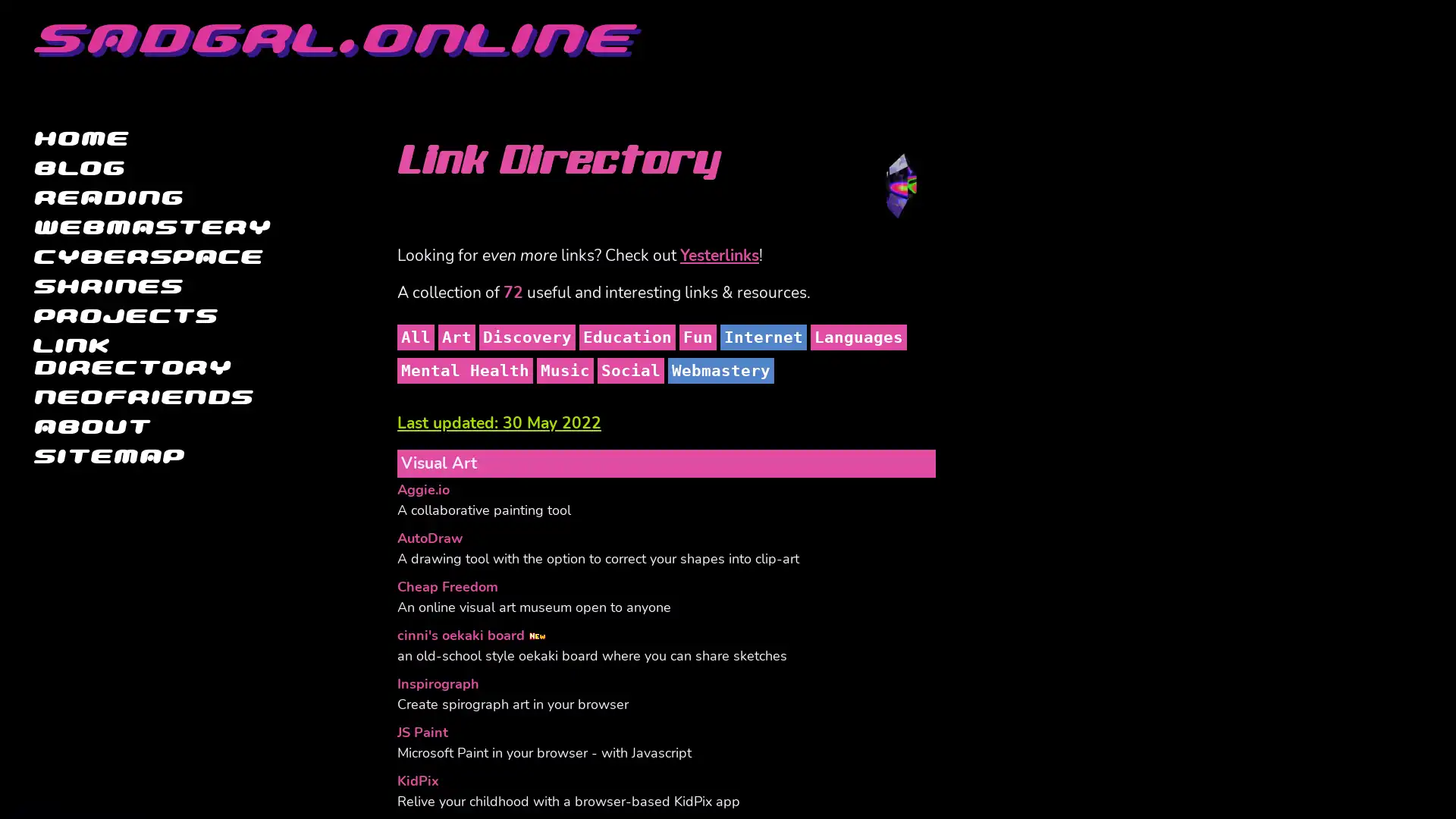 This screenshot has width=1456, height=819. What do you see at coordinates (456, 335) in the screenshot?
I see `Art` at bounding box center [456, 335].